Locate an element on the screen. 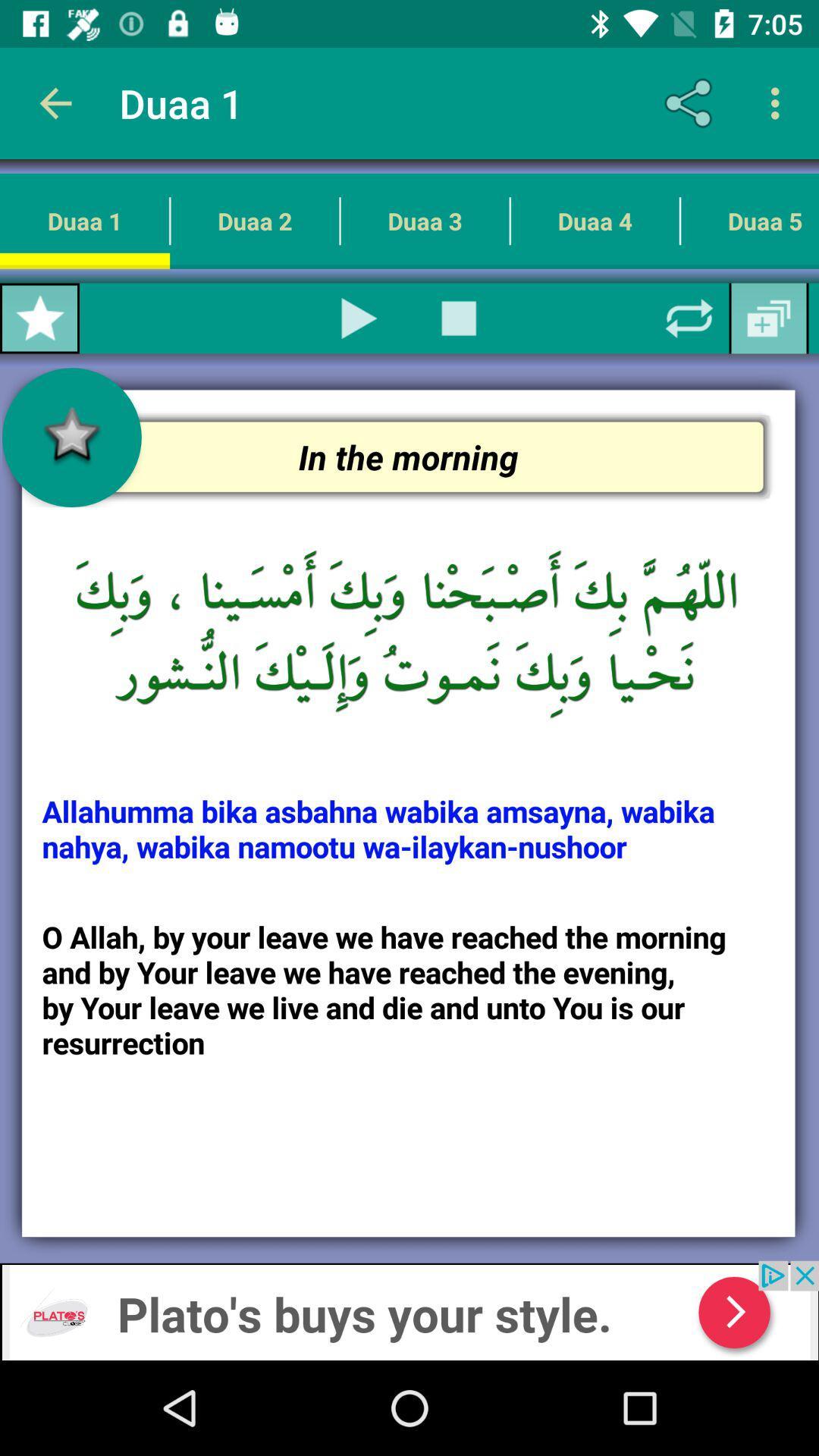 The image size is (819, 1456). shuffle is located at coordinates (689, 318).